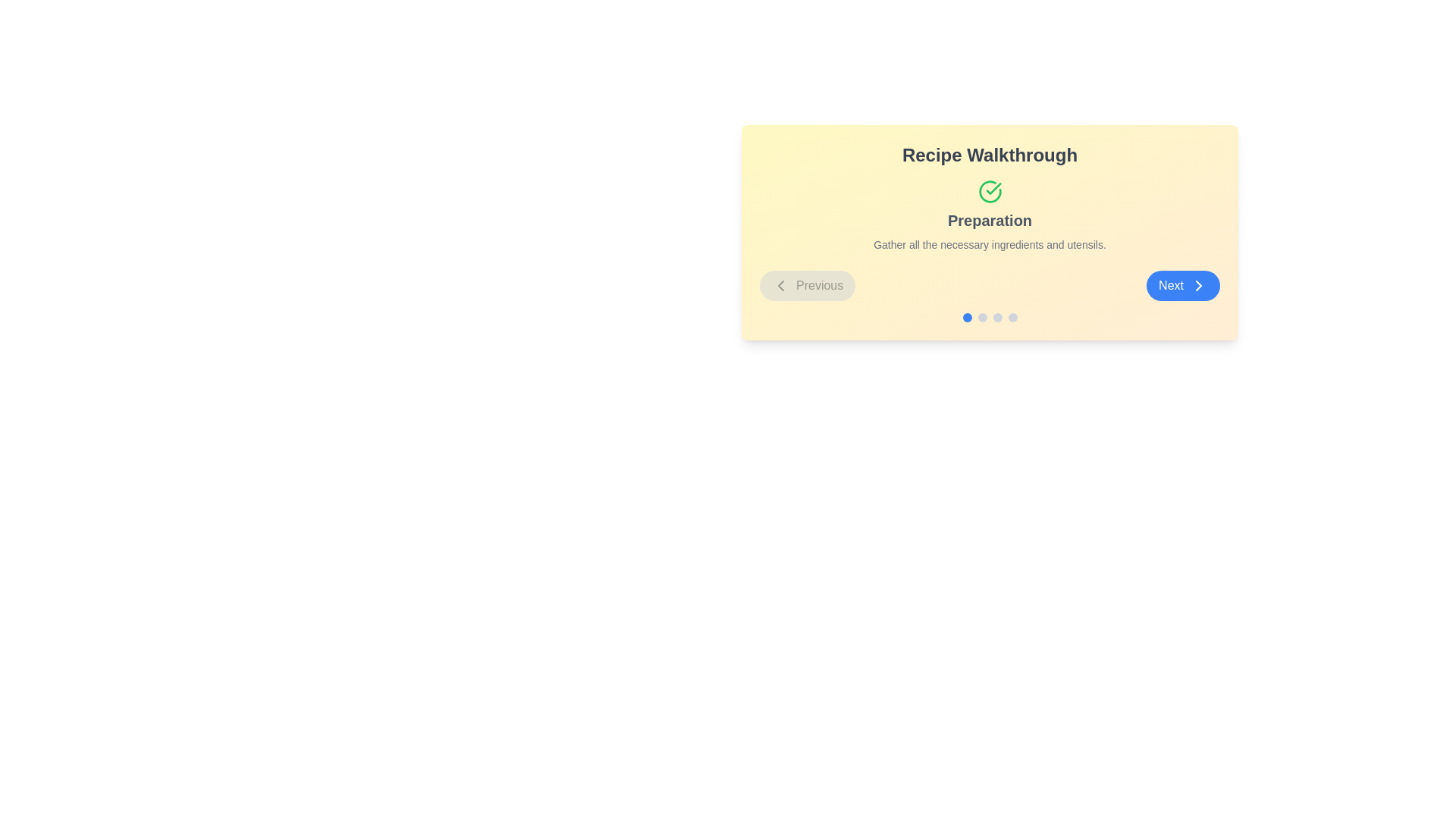 This screenshot has height=819, width=1456. Describe the element at coordinates (1197, 286) in the screenshot. I see `the rightward-pointing arrow icon styled in a thin-outline design, which is located inside the blue button labeled 'Next' towards the bottom right of the card-like section` at that location.